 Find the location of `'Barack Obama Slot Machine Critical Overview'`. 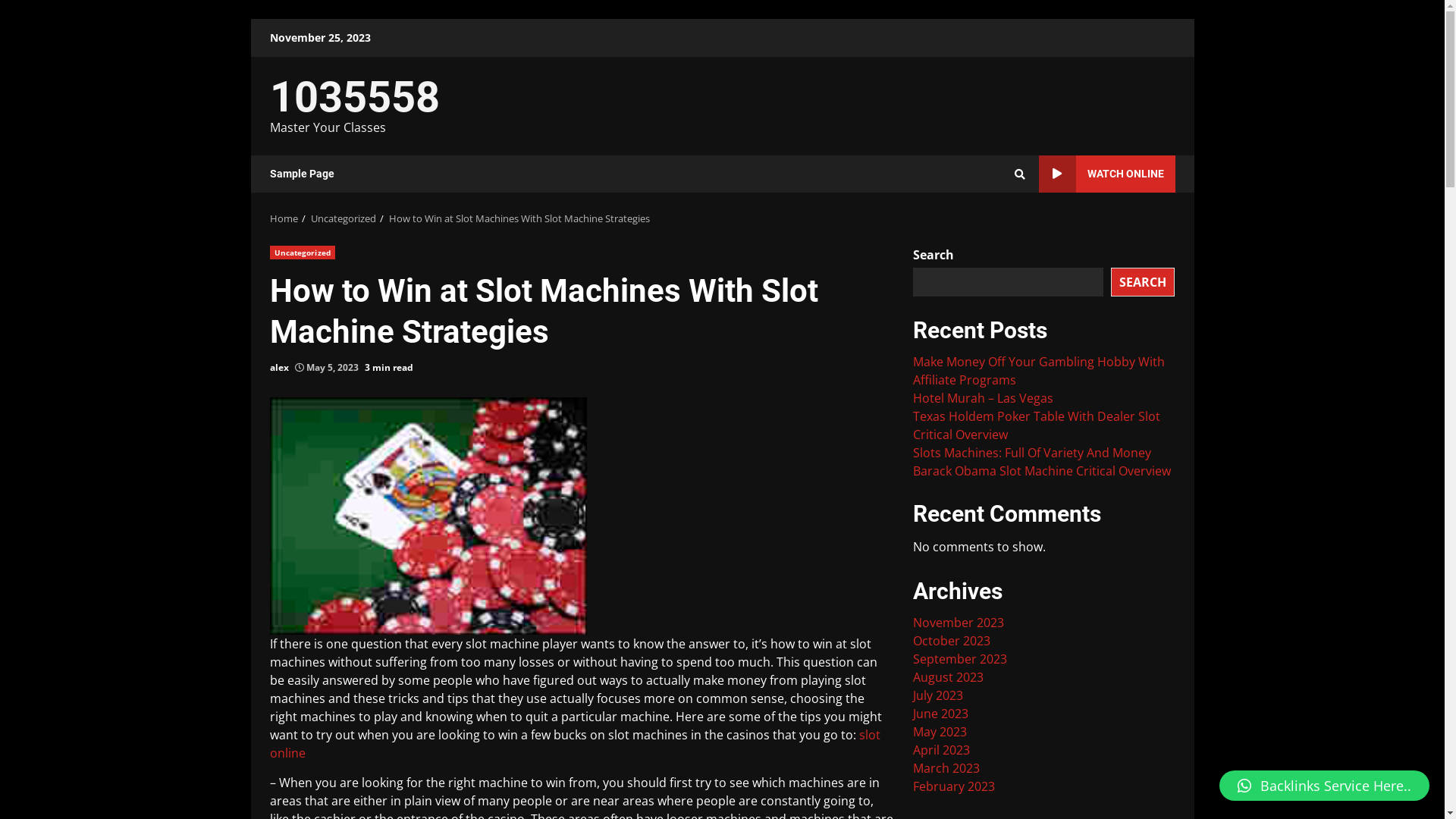

'Barack Obama Slot Machine Critical Overview' is located at coordinates (1040, 470).